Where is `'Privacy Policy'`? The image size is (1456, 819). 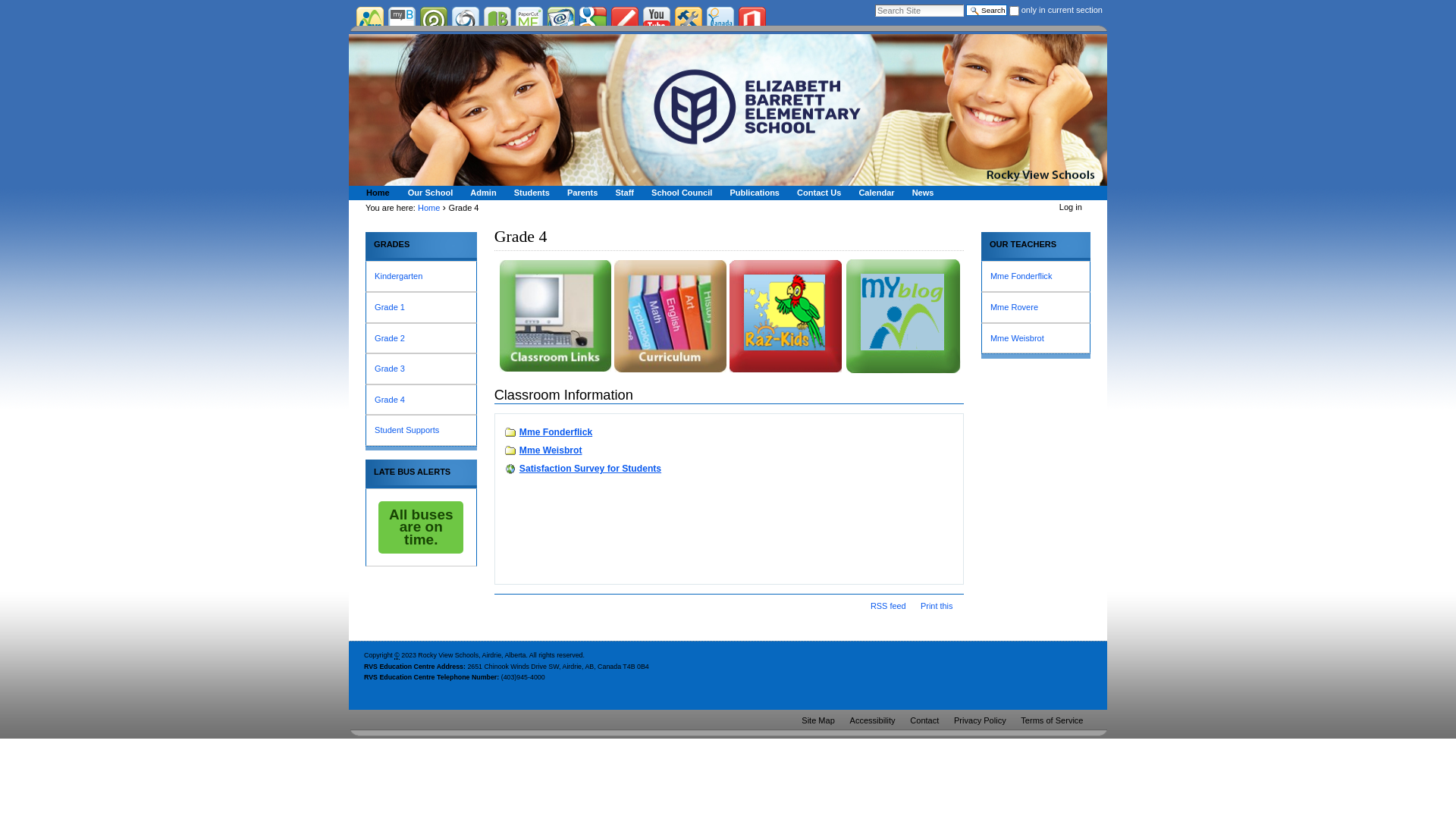 'Privacy Policy' is located at coordinates (952, 719).